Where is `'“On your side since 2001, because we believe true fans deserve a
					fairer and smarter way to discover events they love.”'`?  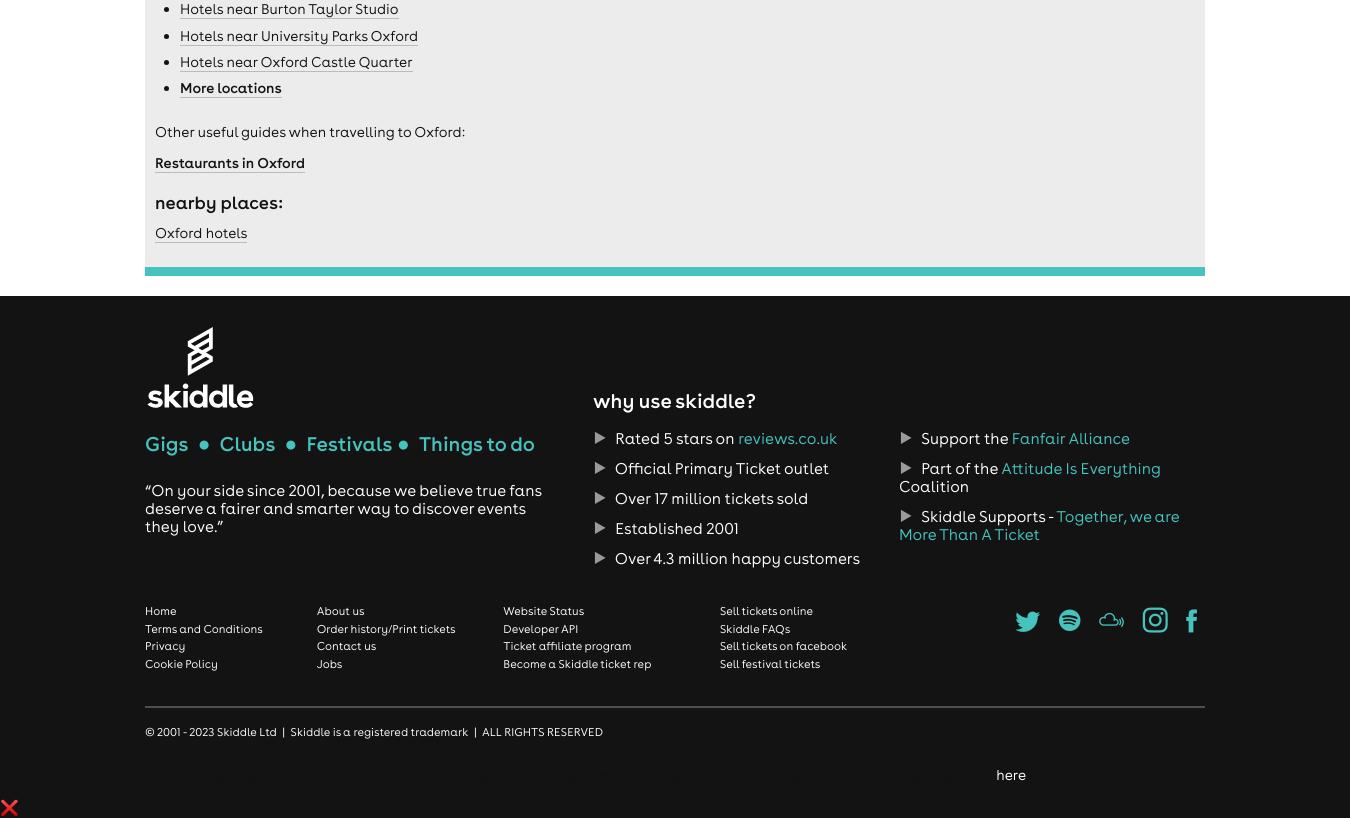
'“On your side since 2001, because we believe true fans deserve a
					fairer and smarter way to discover events they love.”' is located at coordinates (343, 507).